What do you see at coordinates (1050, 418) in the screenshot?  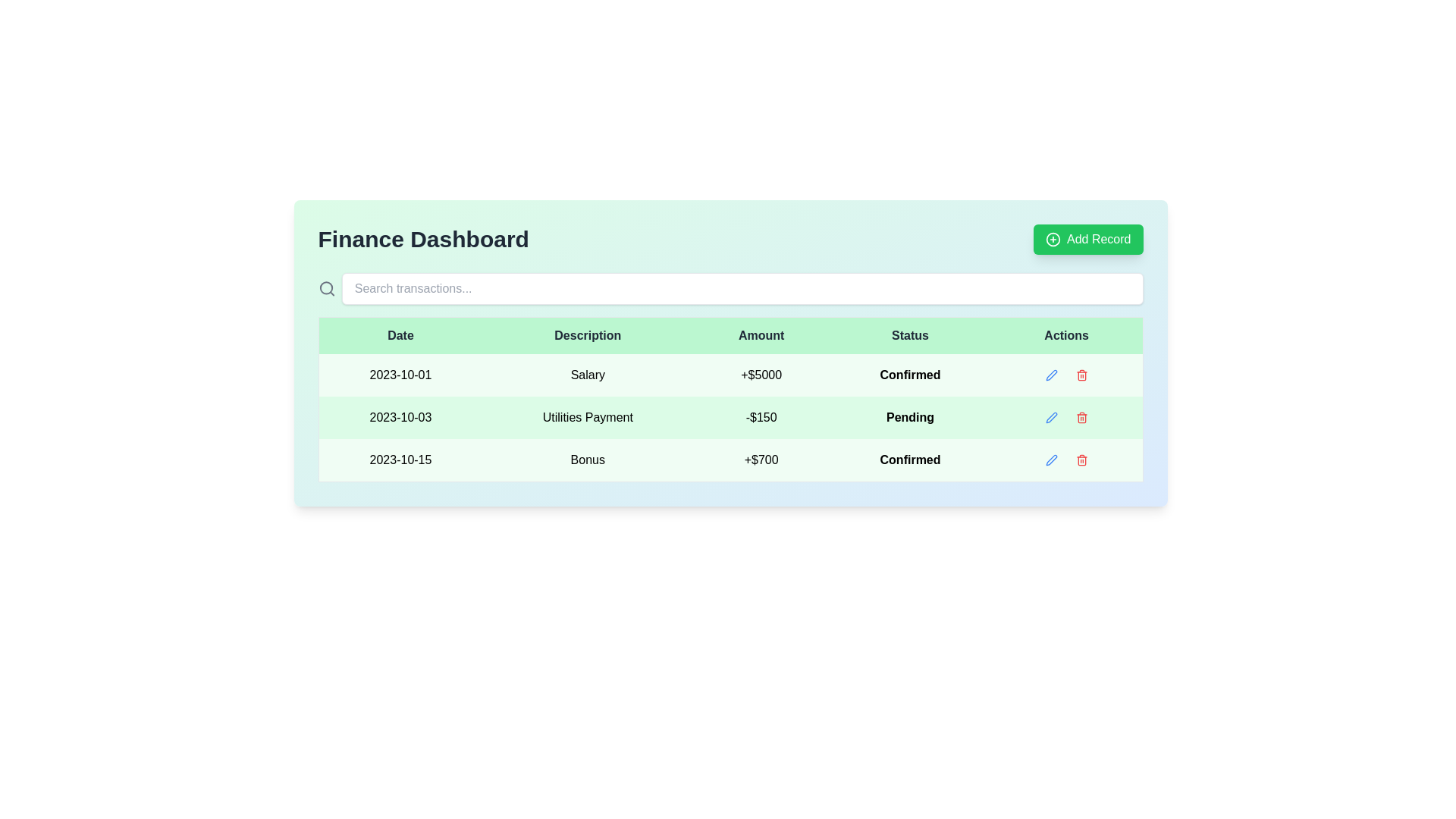 I see `the Interactive pen icon located in the second row of the table within the 'Actions' column to initiate the edit action` at bounding box center [1050, 418].